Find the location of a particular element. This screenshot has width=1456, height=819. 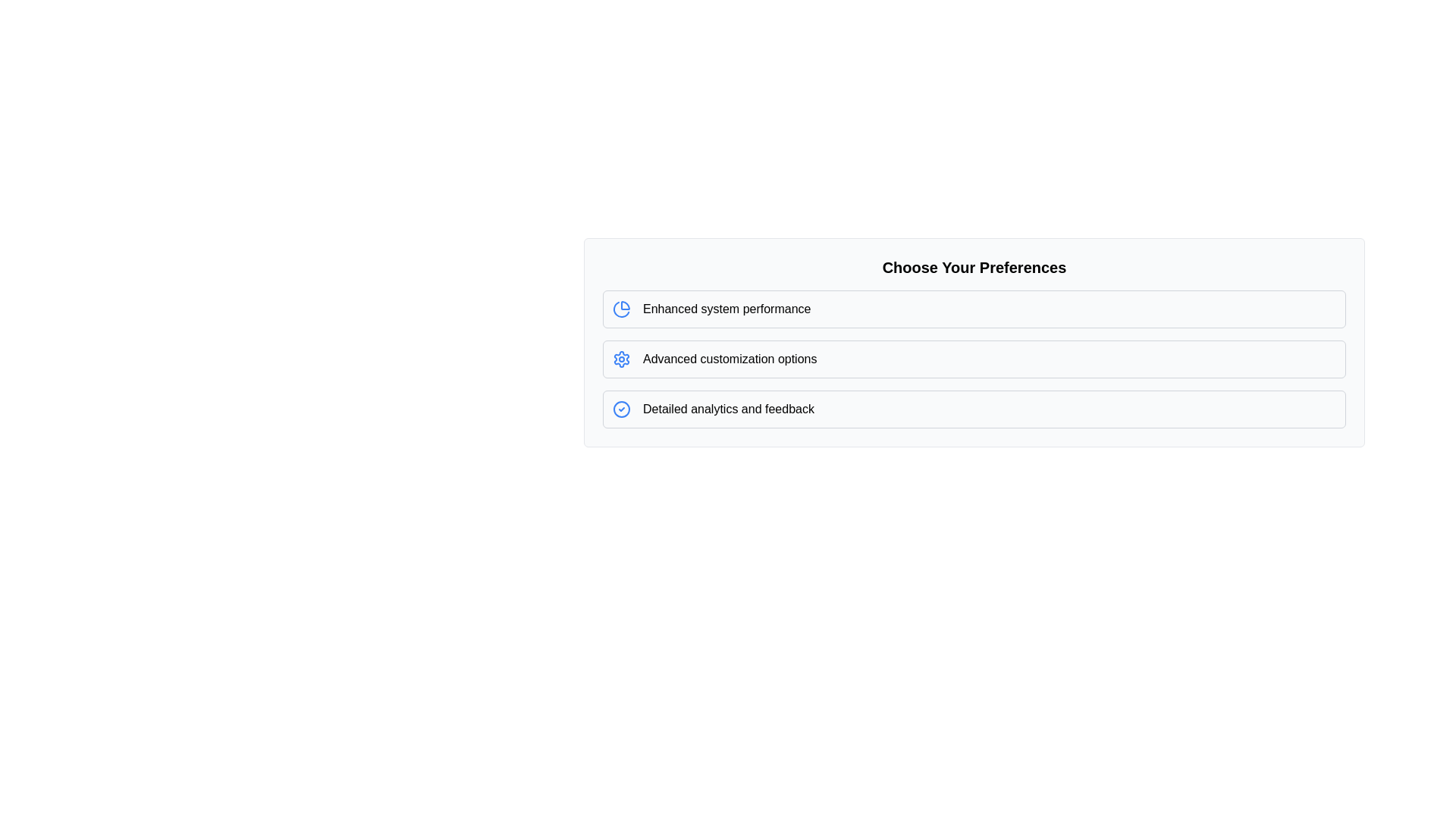

the pie chart SVG icon representing system performance metrics, which is the first option under 'Choose Your Preferences' is located at coordinates (622, 309).